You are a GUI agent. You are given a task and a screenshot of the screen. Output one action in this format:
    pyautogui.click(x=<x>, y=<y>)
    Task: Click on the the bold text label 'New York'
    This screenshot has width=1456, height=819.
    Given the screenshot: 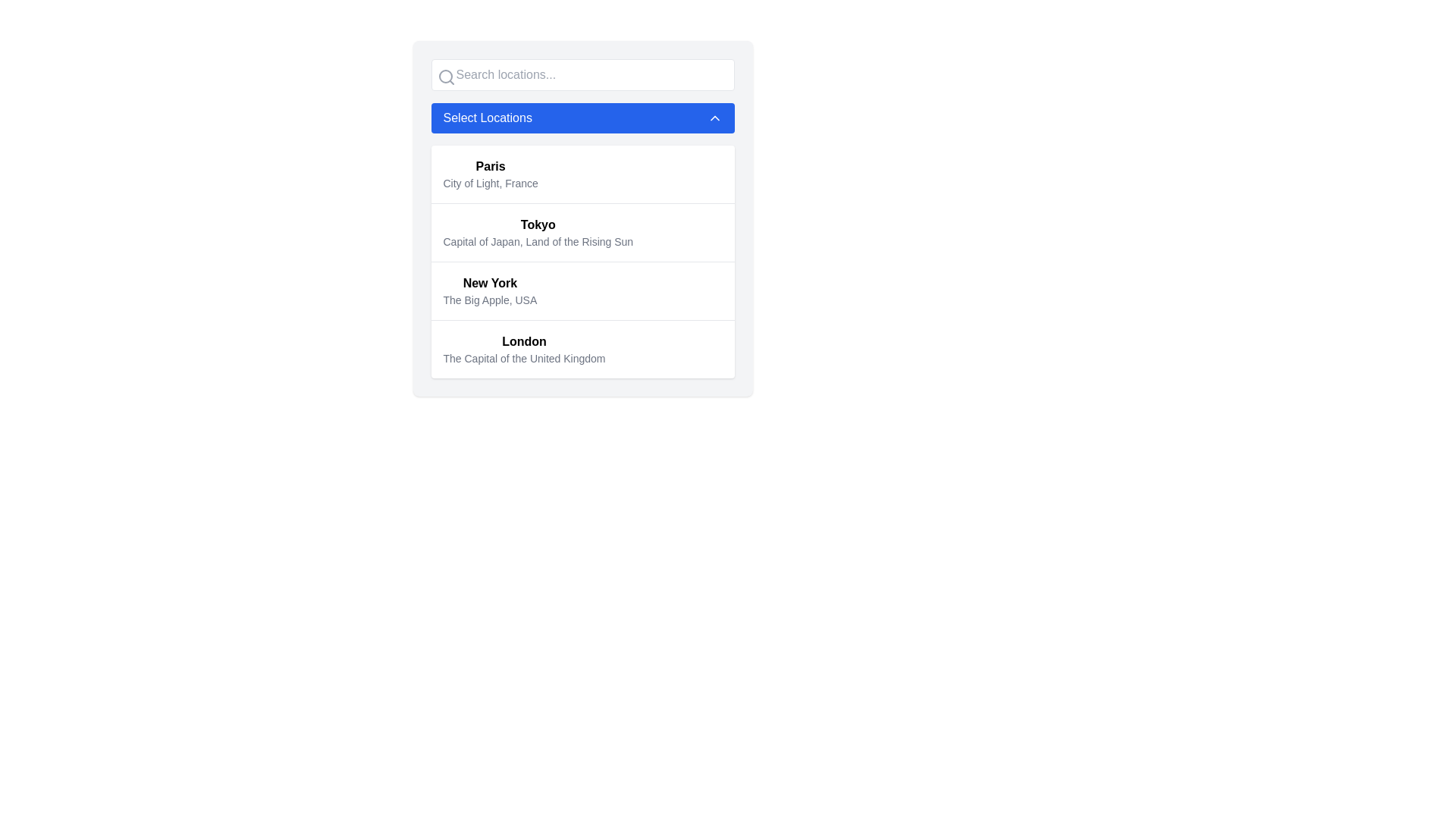 What is the action you would take?
    pyautogui.click(x=490, y=284)
    